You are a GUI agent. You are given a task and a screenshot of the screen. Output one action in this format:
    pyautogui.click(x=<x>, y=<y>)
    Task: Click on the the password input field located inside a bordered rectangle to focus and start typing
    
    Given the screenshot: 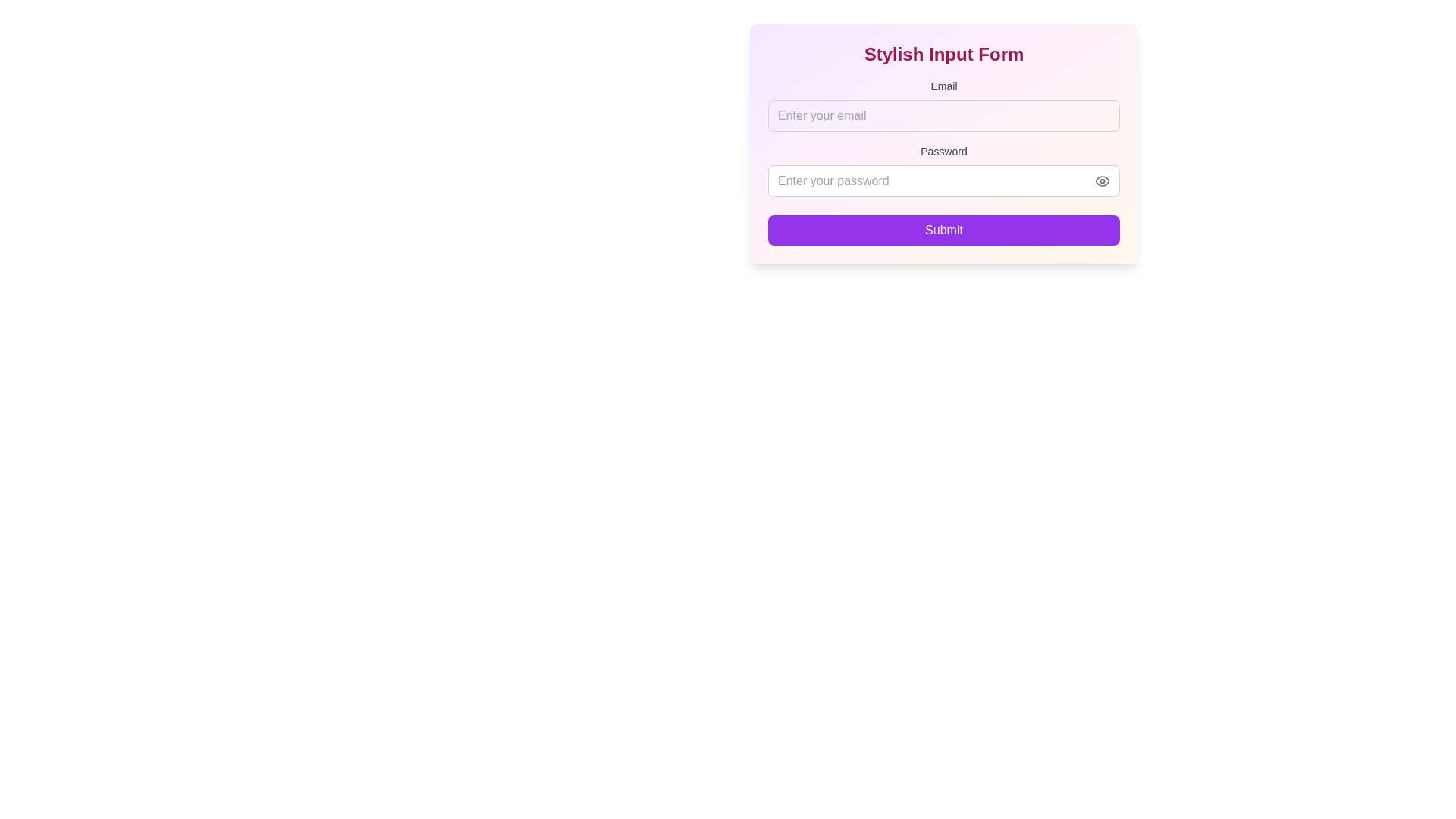 What is the action you would take?
    pyautogui.click(x=932, y=180)
    